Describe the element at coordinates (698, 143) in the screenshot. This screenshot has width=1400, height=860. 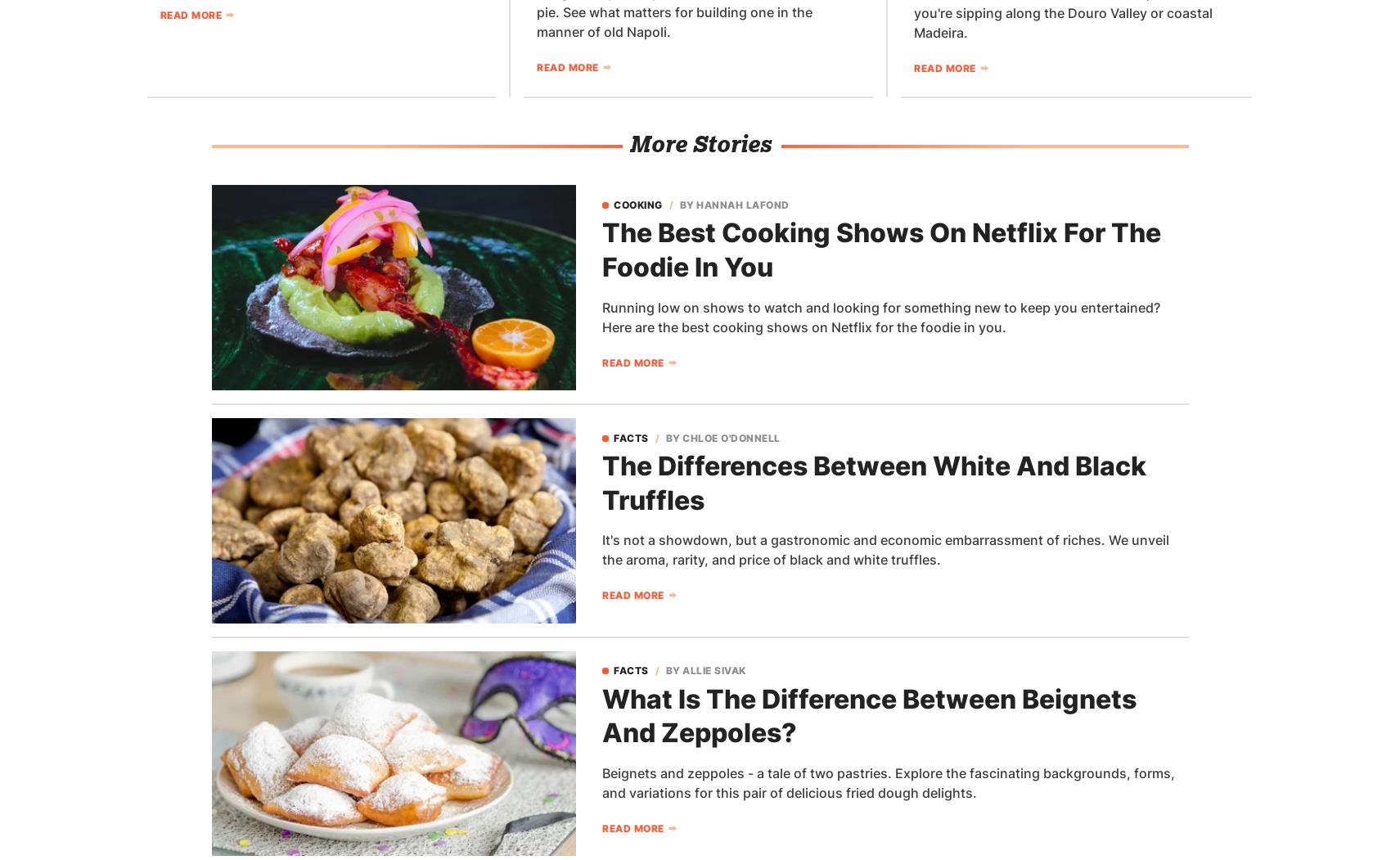
I see `'More Stories'` at that location.